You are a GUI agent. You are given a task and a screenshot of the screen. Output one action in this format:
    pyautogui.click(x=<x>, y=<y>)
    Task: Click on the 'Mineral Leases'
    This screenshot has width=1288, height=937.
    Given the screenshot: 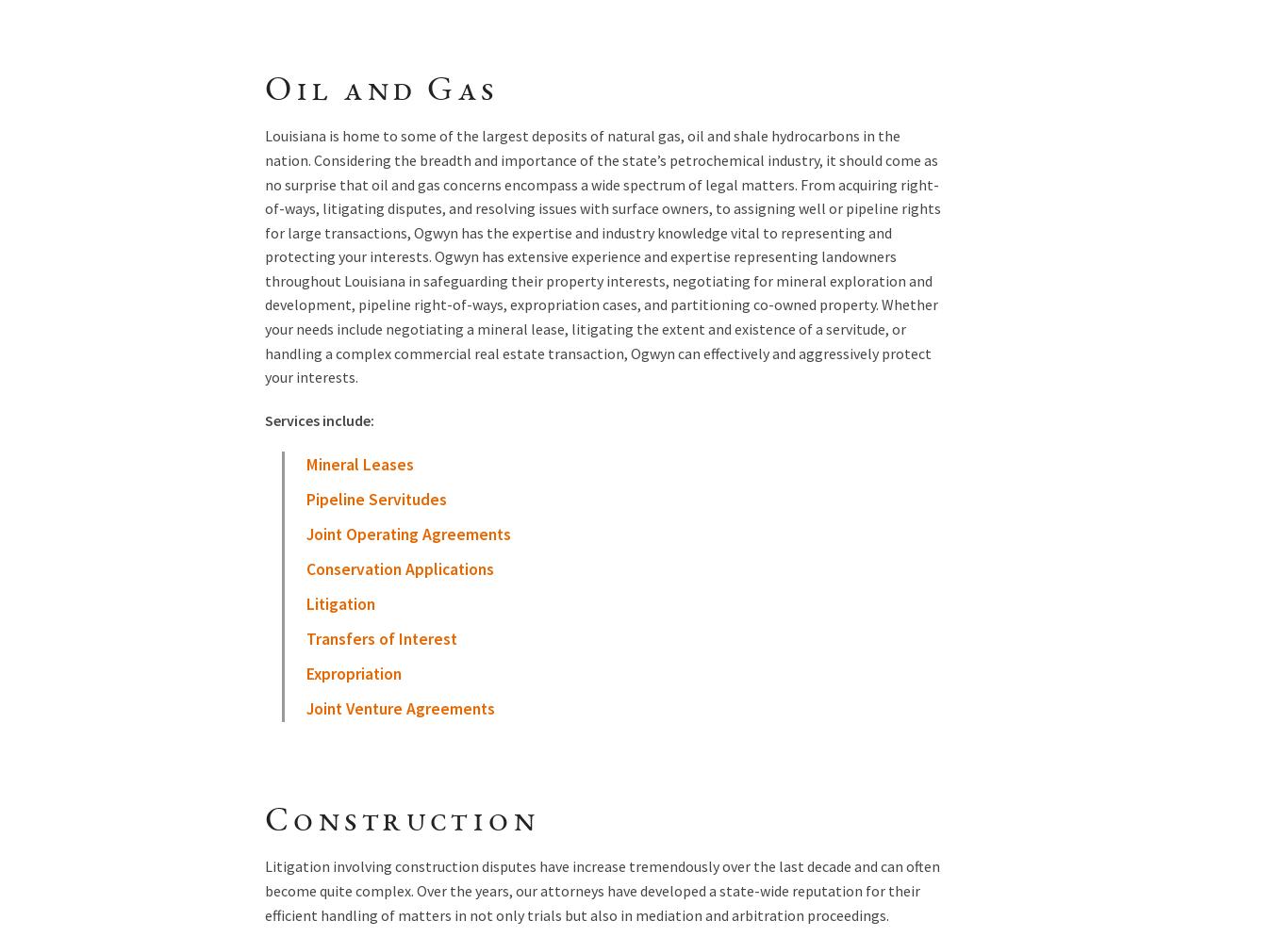 What is the action you would take?
    pyautogui.click(x=357, y=464)
    